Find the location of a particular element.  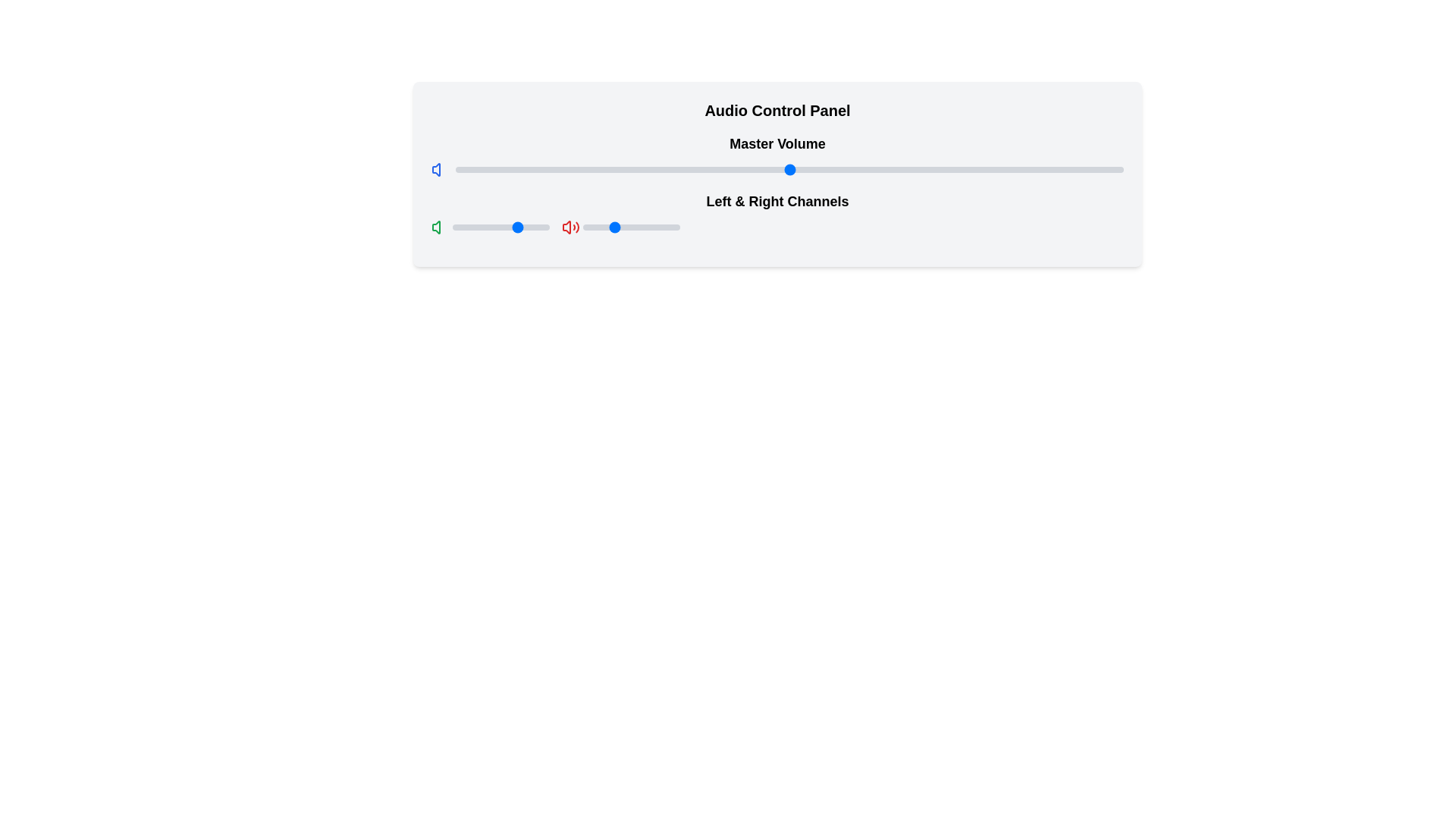

the left-right channel balance is located at coordinates (464, 227).